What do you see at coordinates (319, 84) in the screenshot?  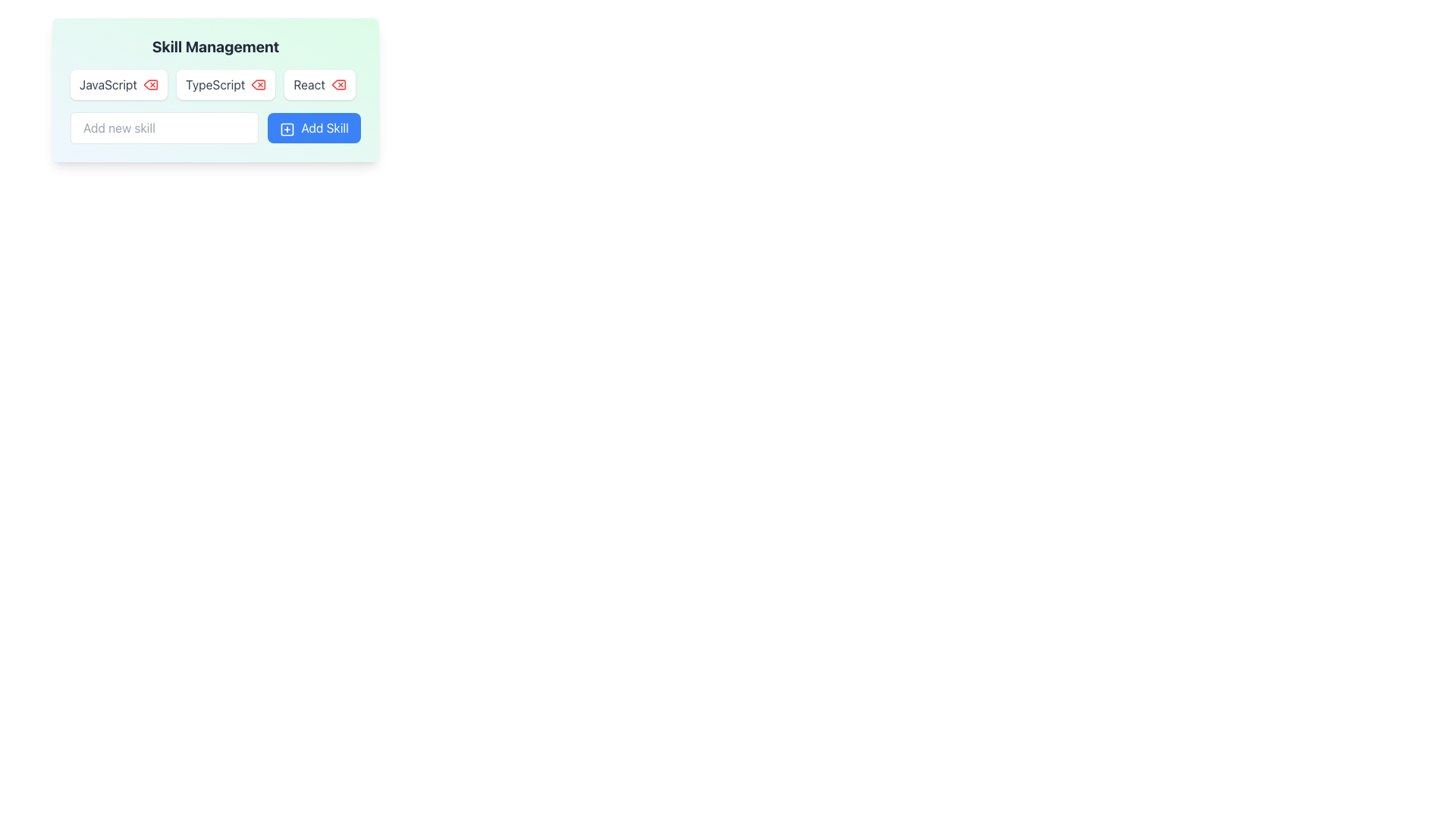 I see `the red cross icon within the 'React' tag` at bounding box center [319, 84].